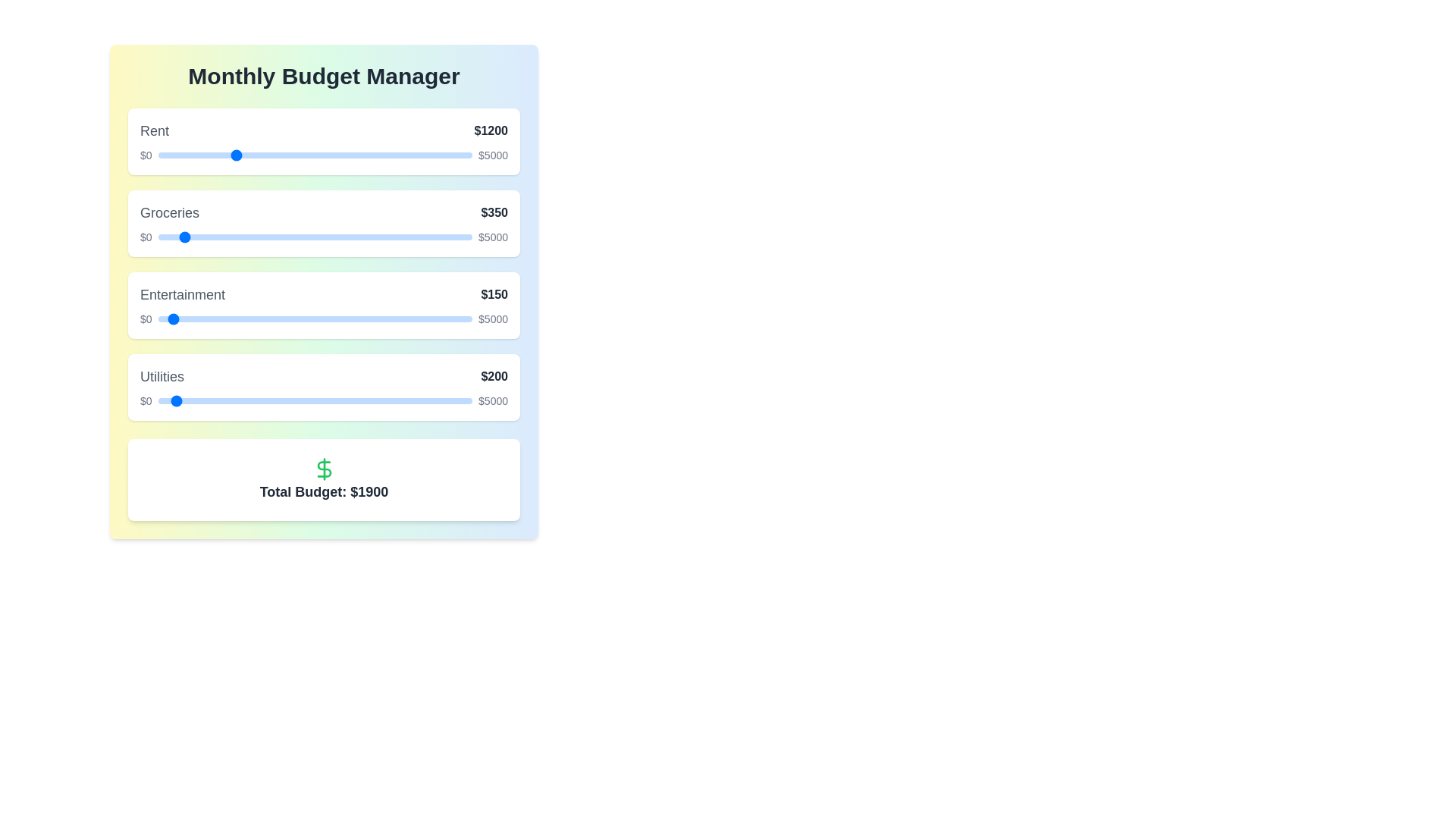  What do you see at coordinates (323, 400) in the screenshot?
I see `the slider input located in the 'Utilities' section, which features a blue-filled range on a light blue bar and displays the current value of '$200' above it` at bounding box center [323, 400].